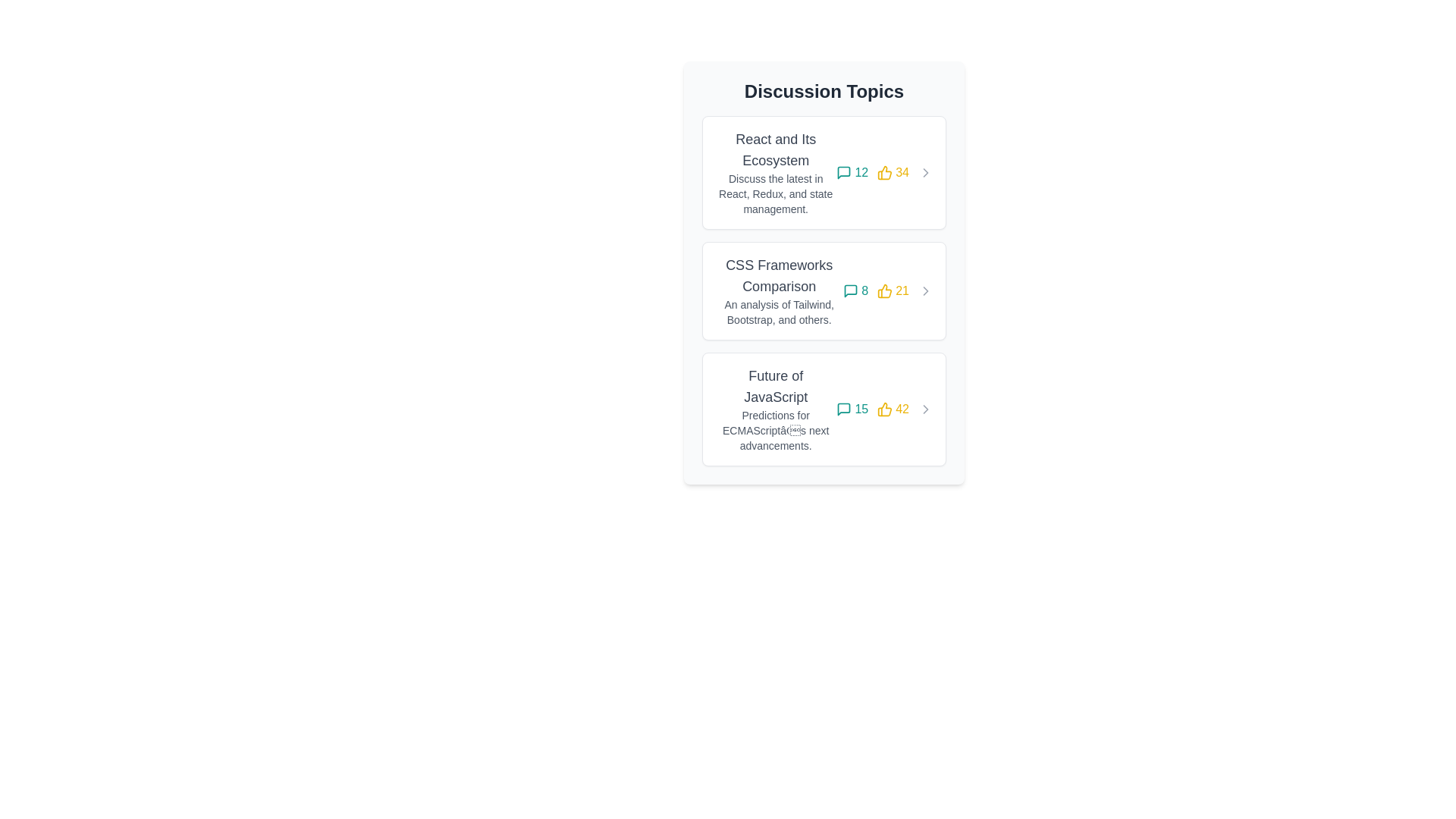  Describe the element at coordinates (851, 291) in the screenshot. I see `the speech bubble-shaped icon indicating comments` at that location.